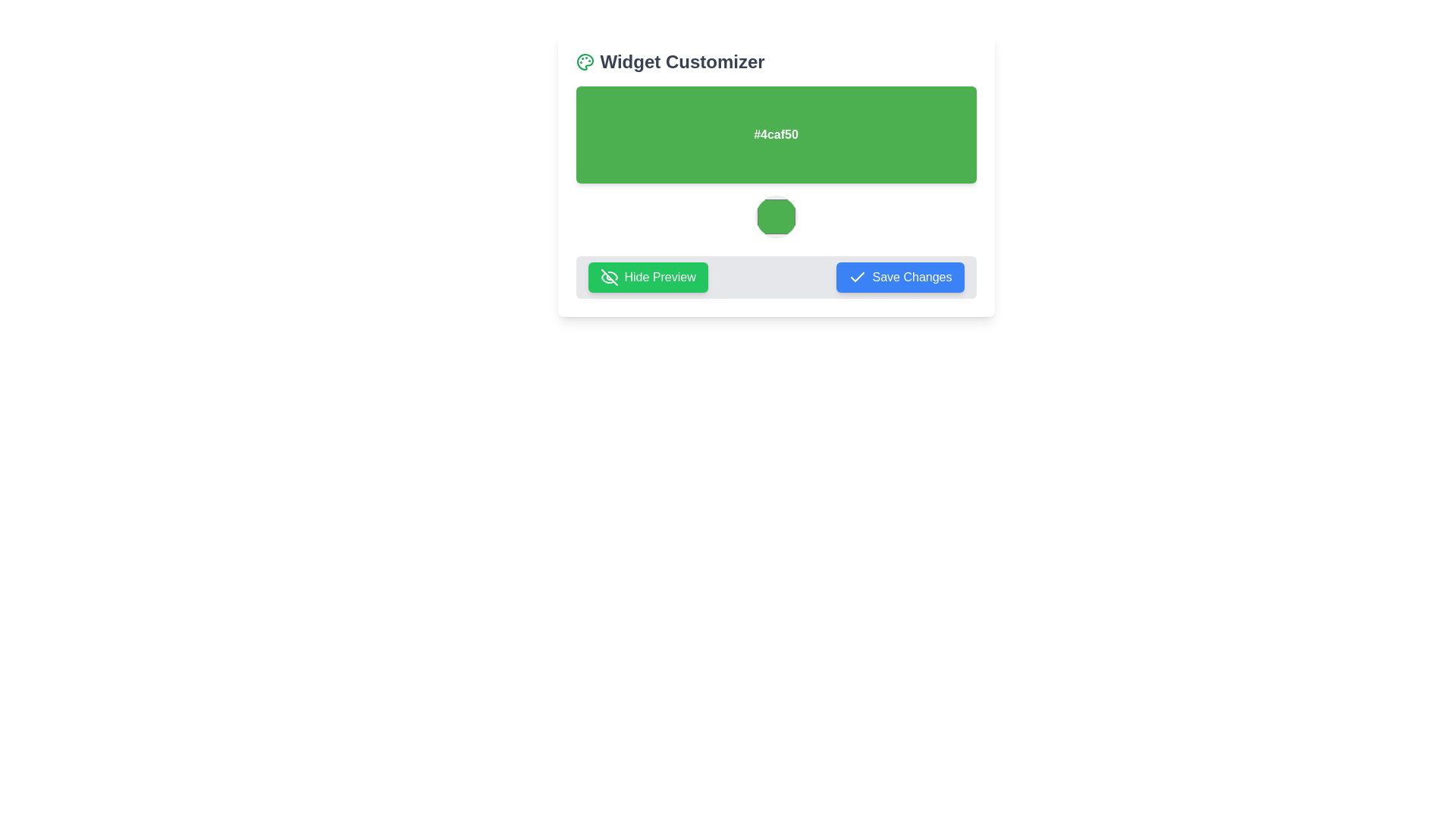 Image resolution: width=1456 pixels, height=819 pixels. Describe the element at coordinates (776, 133) in the screenshot. I see `the text label that displays the hexadecimal color code, located within a green rectangular background in the upper-middle area of the interface, below the title 'Widget Customizer'` at that location.